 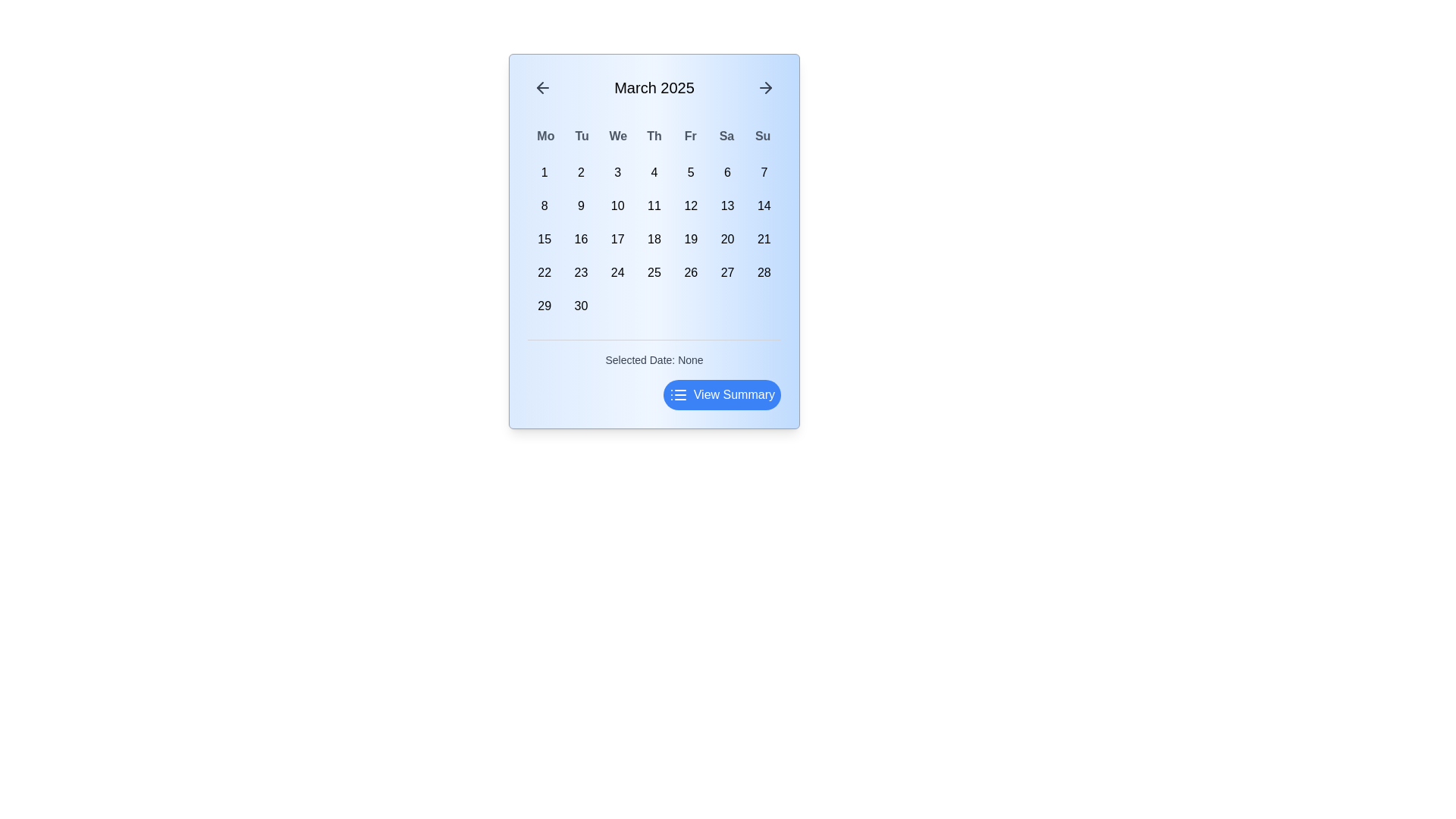 What do you see at coordinates (690, 171) in the screenshot?
I see `the selectable button representing the date '5' in the calendar widget` at bounding box center [690, 171].